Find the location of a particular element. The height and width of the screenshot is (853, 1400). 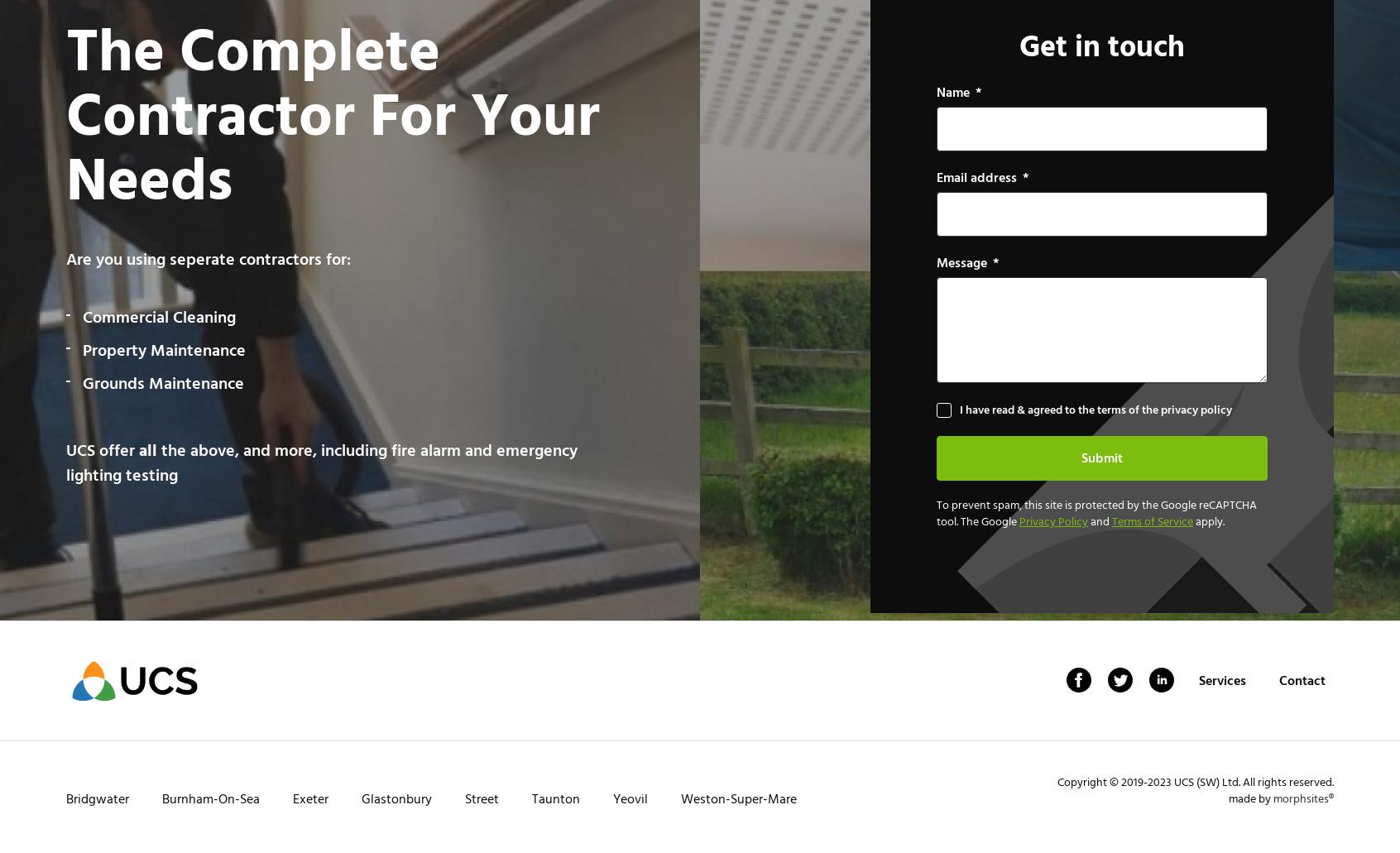

'Services' is located at coordinates (1221, 679).